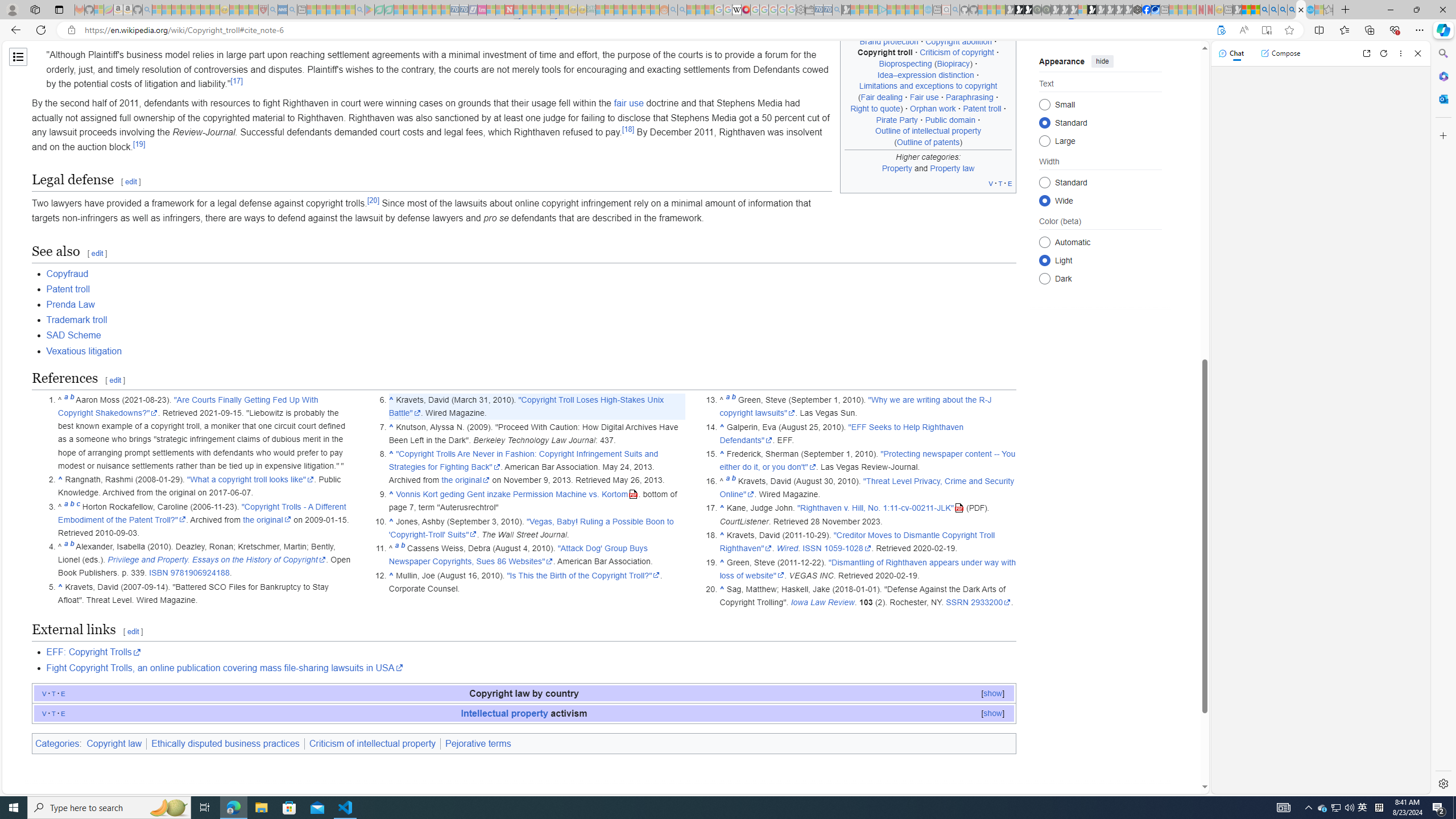 The image size is (1456, 819). What do you see at coordinates (373, 200) in the screenshot?
I see `'[20]'` at bounding box center [373, 200].